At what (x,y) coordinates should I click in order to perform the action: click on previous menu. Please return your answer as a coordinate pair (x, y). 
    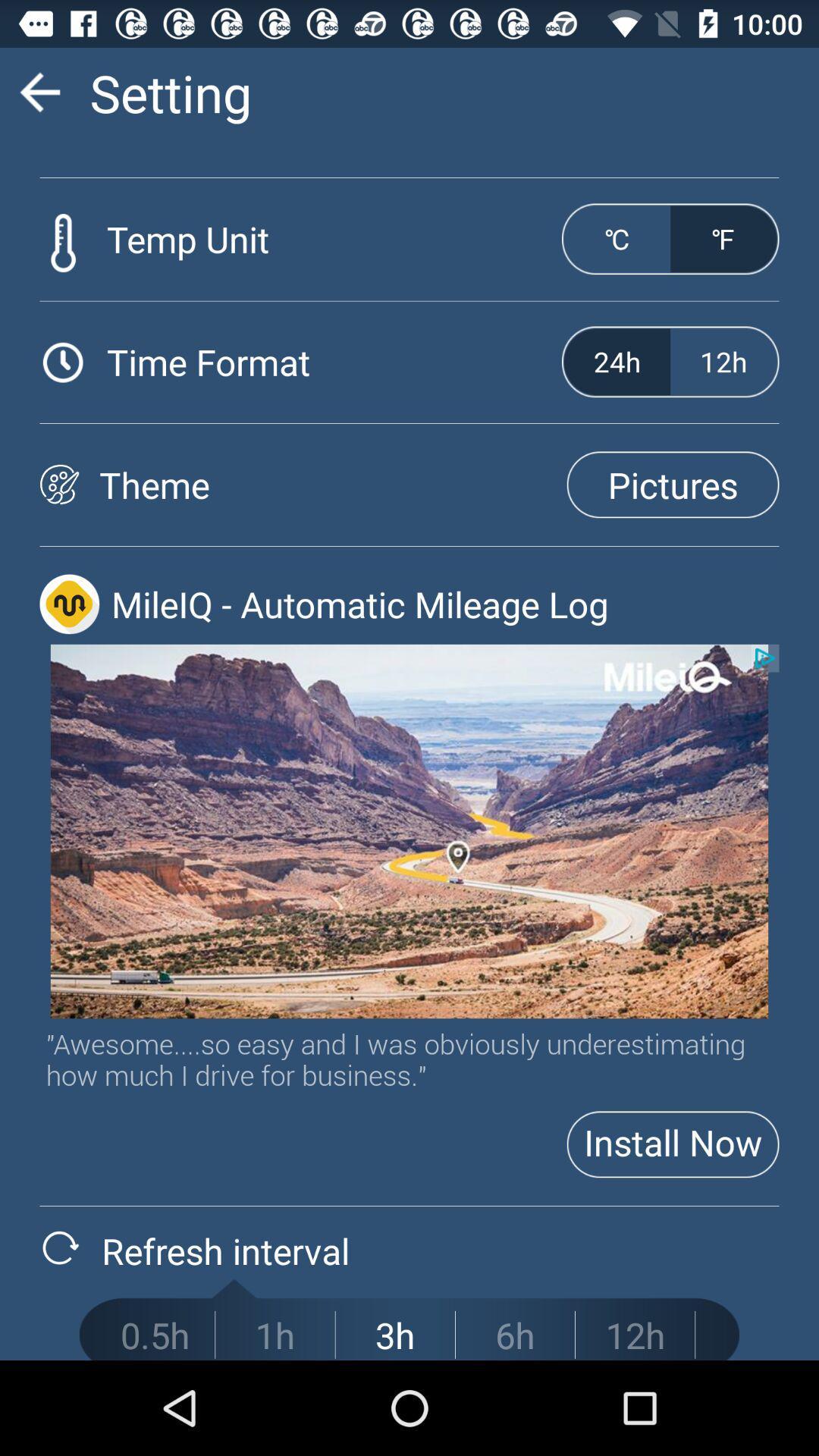
    Looking at the image, I should click on (39, 91).